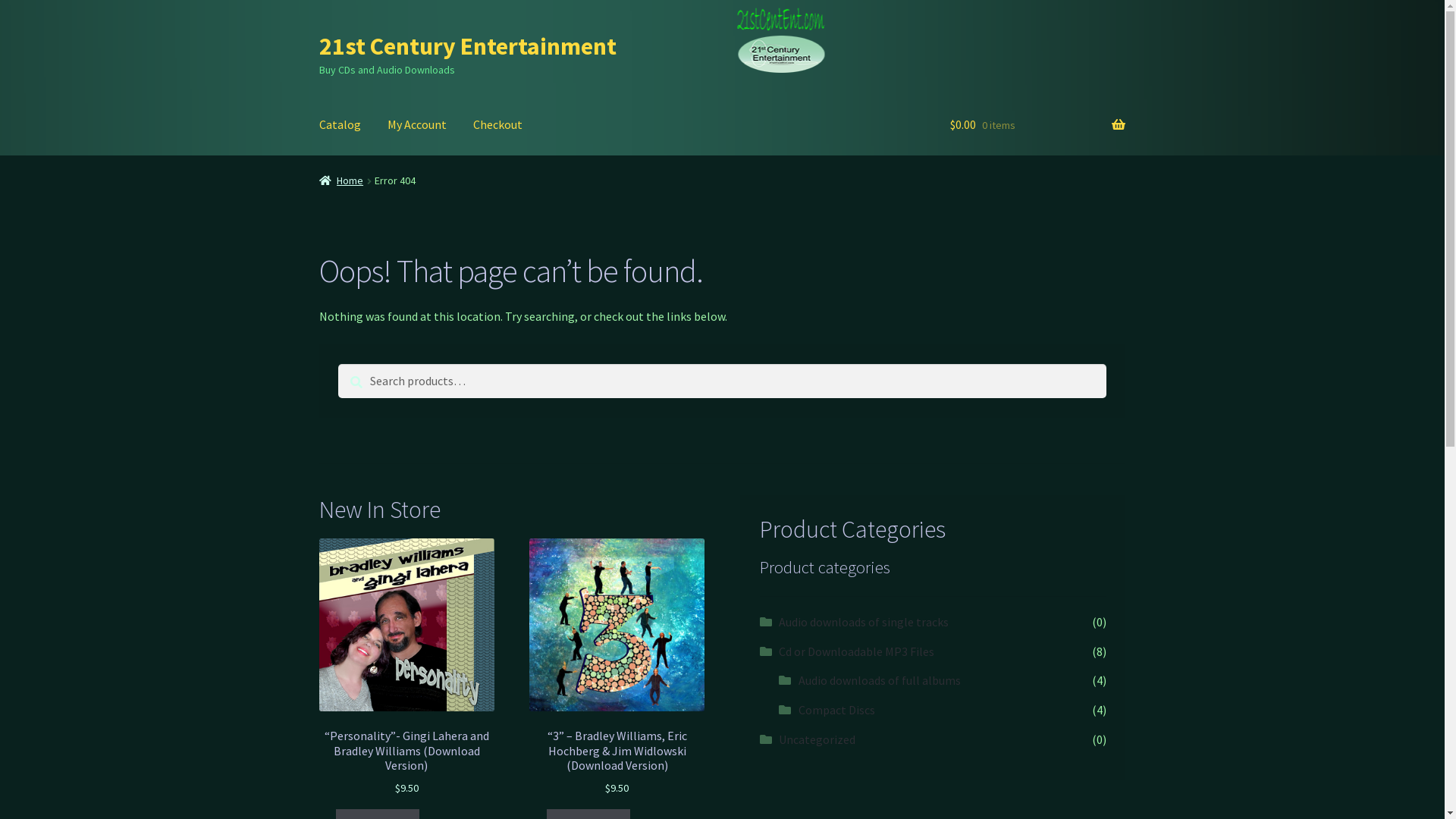 Image resolution: width=1456 pixels, height=819 pixels. What do you see at coordinates (836, 710) in the screenshot?
I see `'Compact Discs'` at bounding box center [836, 710].